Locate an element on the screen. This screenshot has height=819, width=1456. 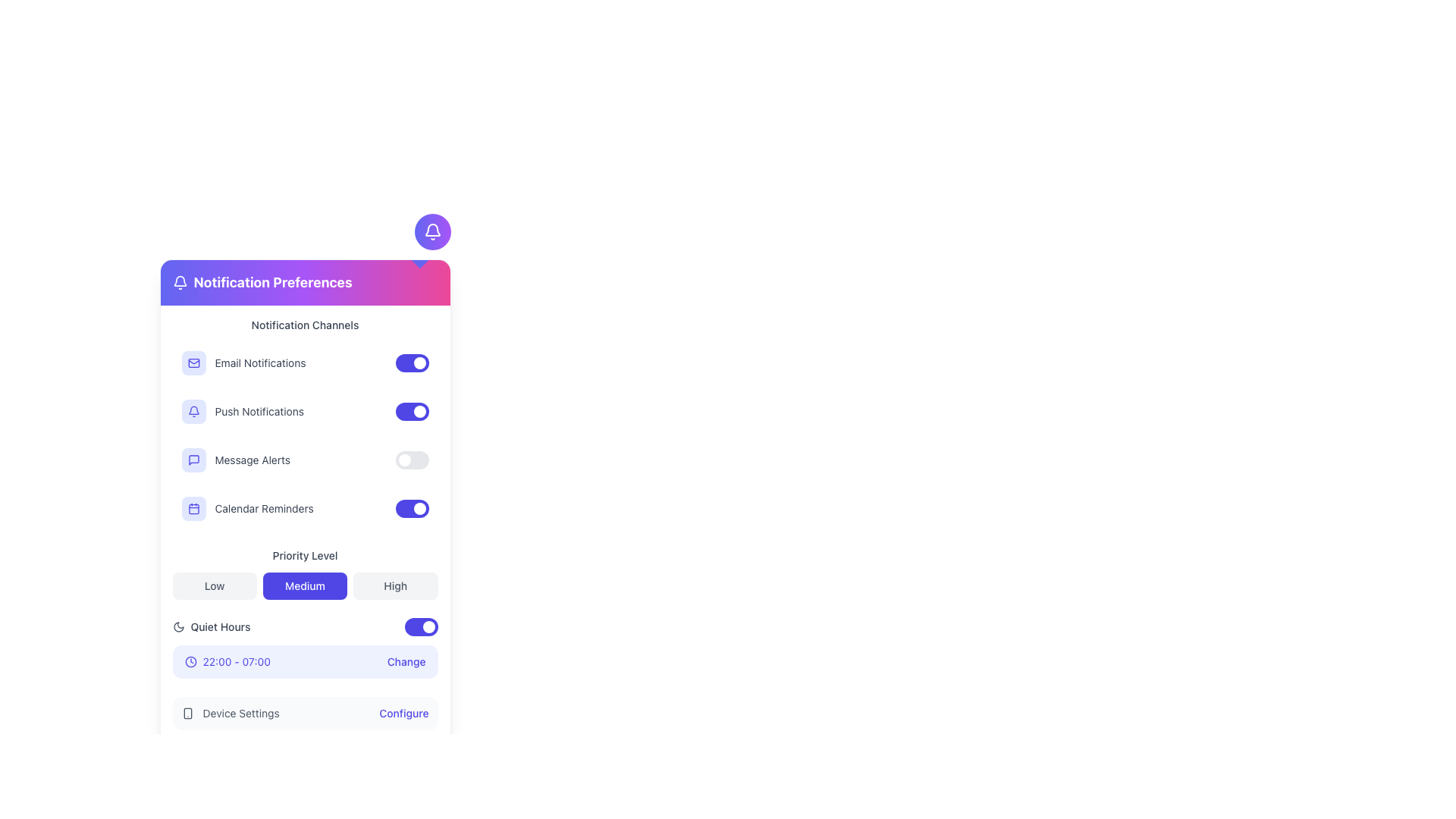
the icon representing 'Quiet Hours', located to the left of the 'Quiet Hours' label is located at coordinates (178, 626).